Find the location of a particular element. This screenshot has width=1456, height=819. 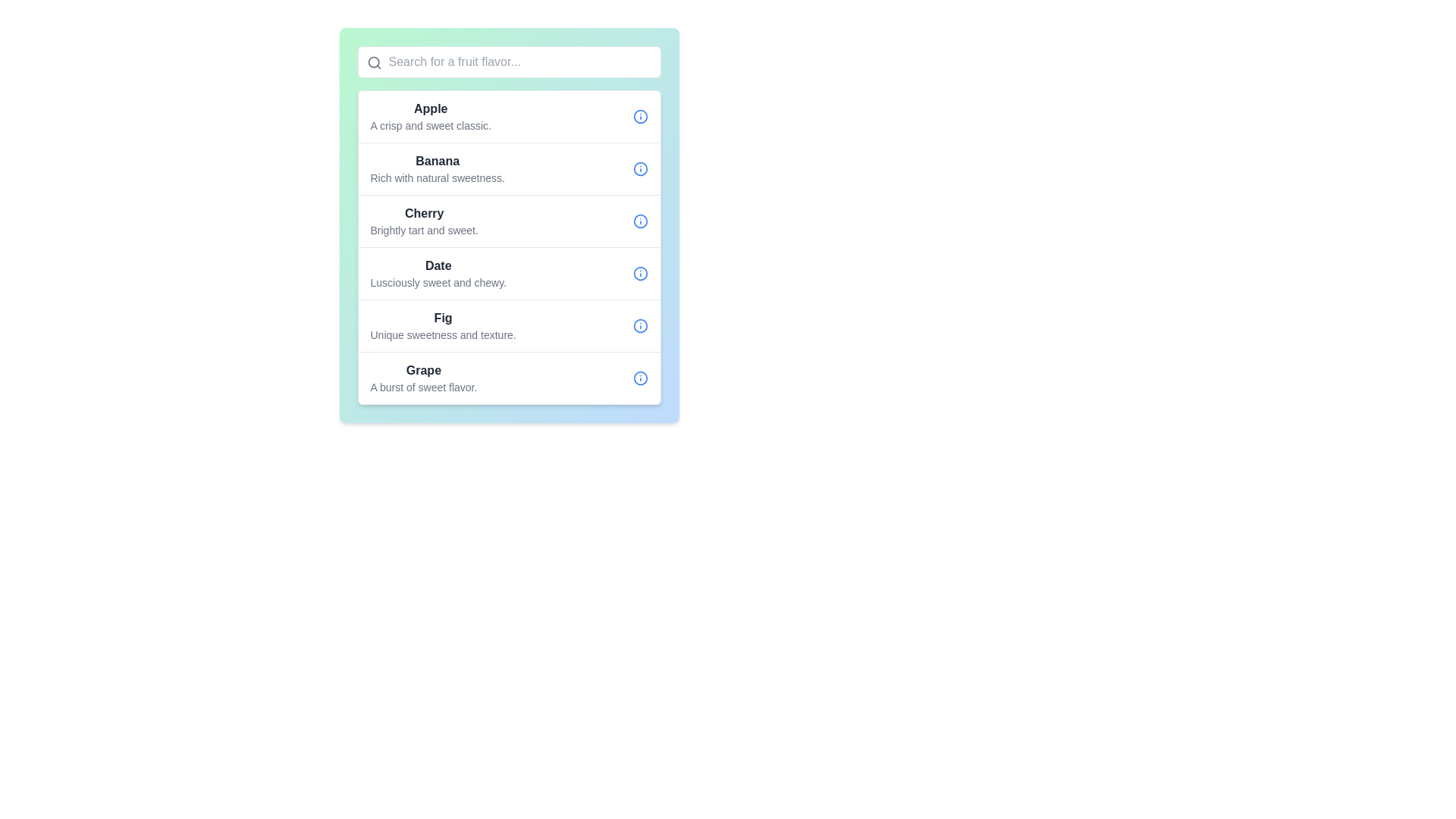

the interactive icon located to the right end of the 'Banana' list item is located at coordinates (640, 169).